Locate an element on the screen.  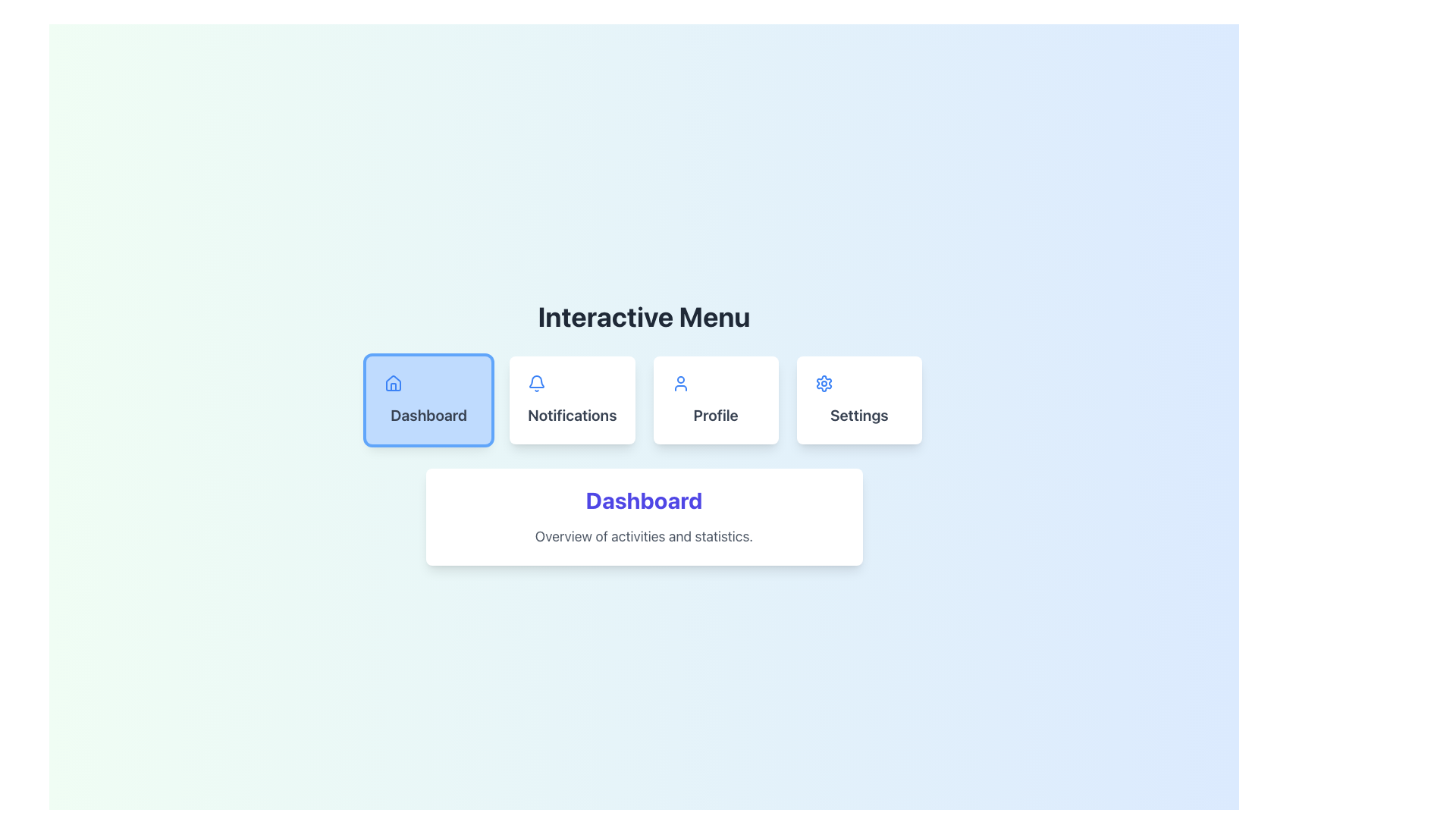
the user profile icon located in the third tile from the left, centered above the text 'Profile' is located at coordinates (679, 382).